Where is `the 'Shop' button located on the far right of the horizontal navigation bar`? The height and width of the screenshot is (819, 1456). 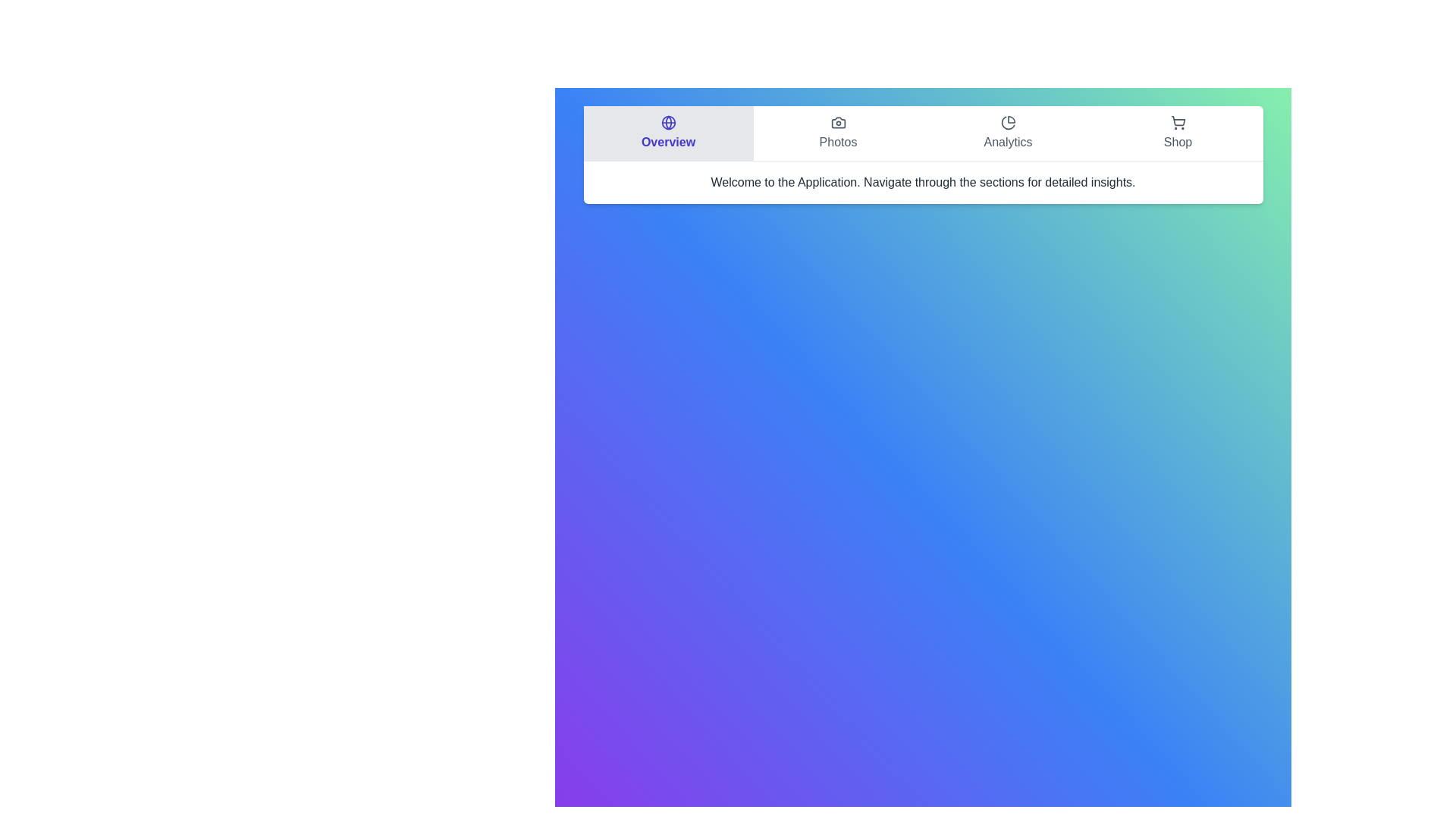 the 'Shop' button located on the far right of the horizontal navigation bar is located at coordinates (1177, 133).